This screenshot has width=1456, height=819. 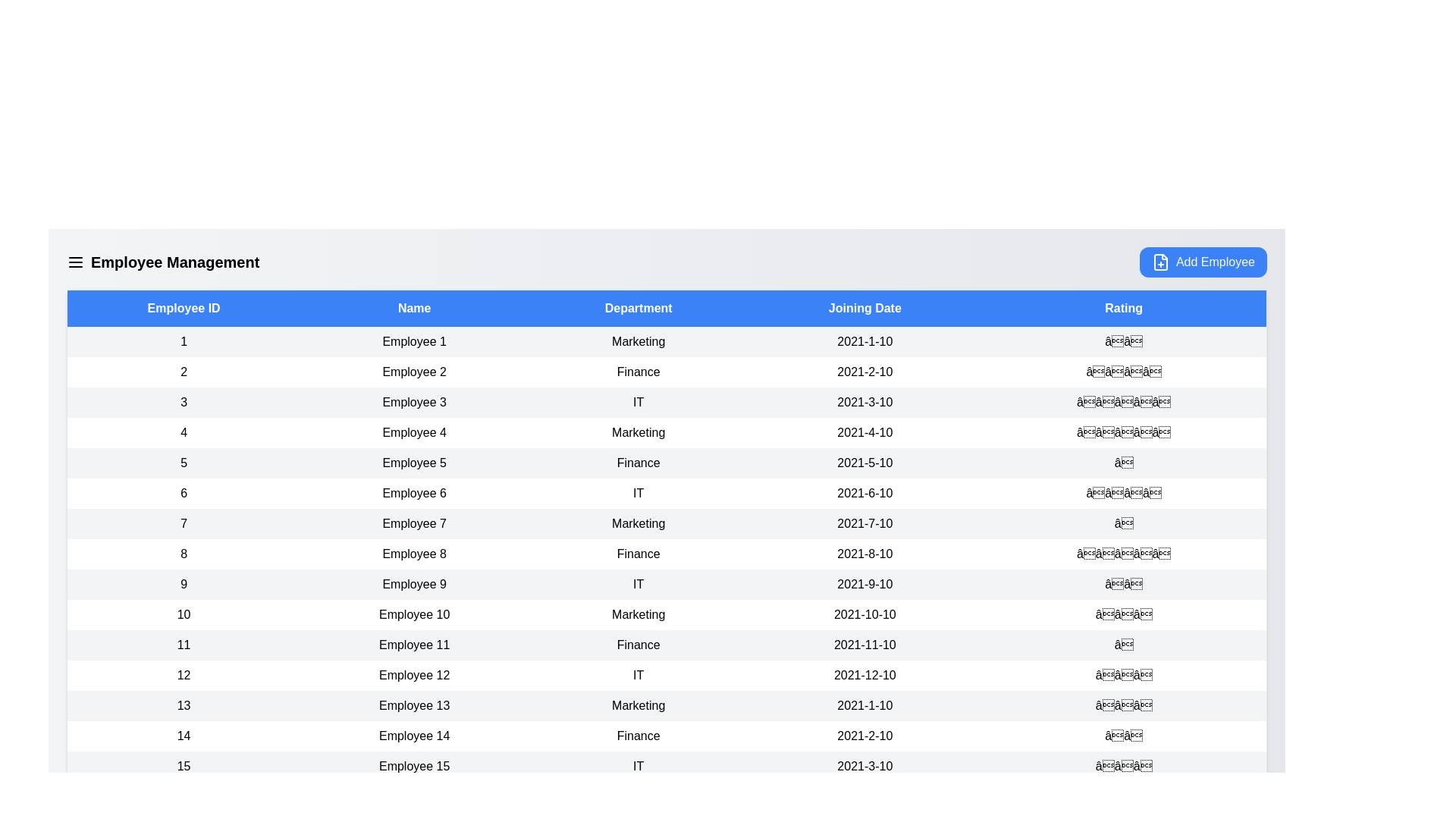 What do you see at coordinates (638, 308) in the screenshot?
I see `the header of the table to sort the data by Department` at bounding box center [638, 308].